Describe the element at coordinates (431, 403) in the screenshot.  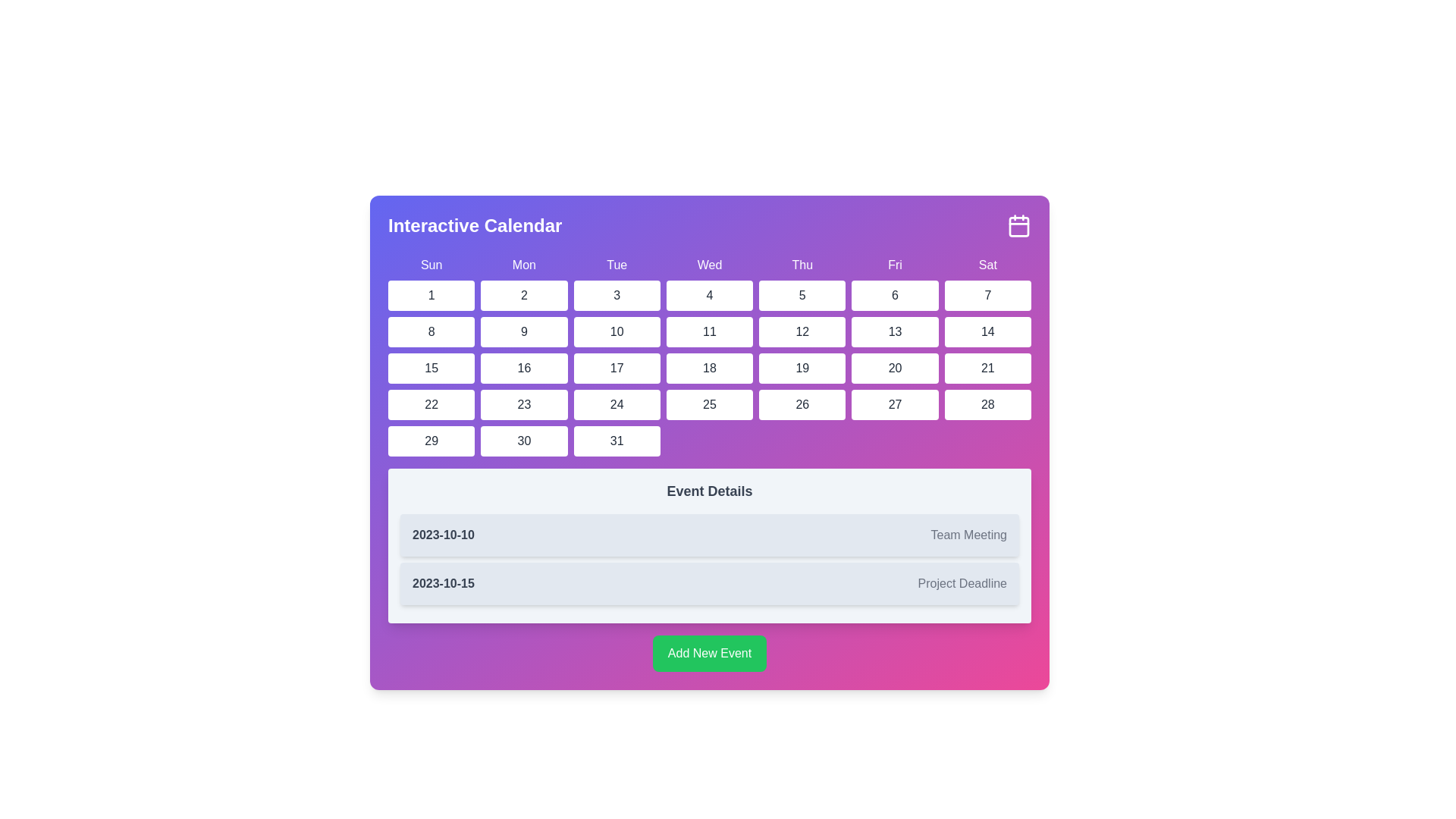
I see `the button displaying the number '22' in the calendar layout` at that location.